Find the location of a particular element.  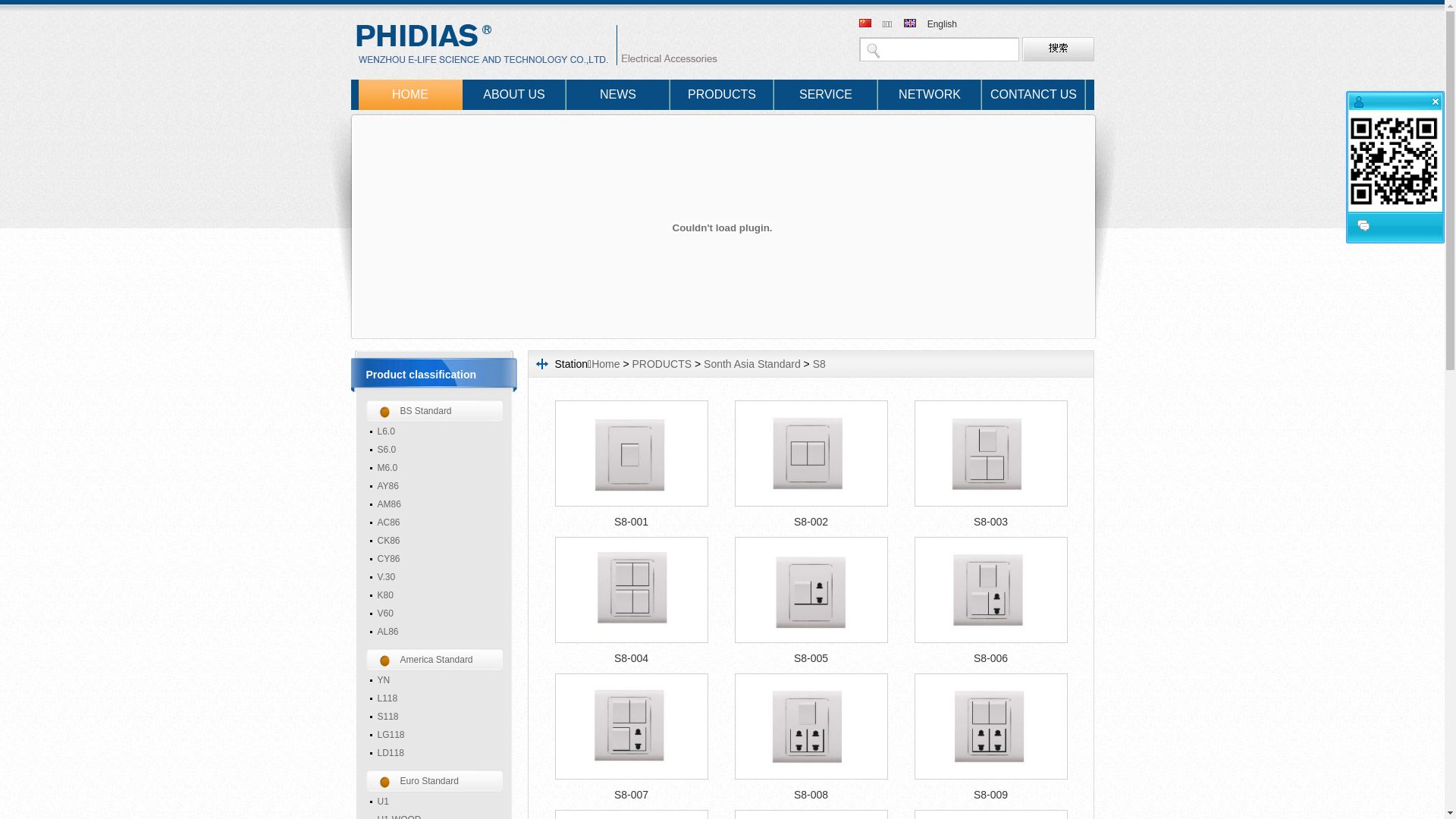

'S8-003' is located at coordinates (990, 520).